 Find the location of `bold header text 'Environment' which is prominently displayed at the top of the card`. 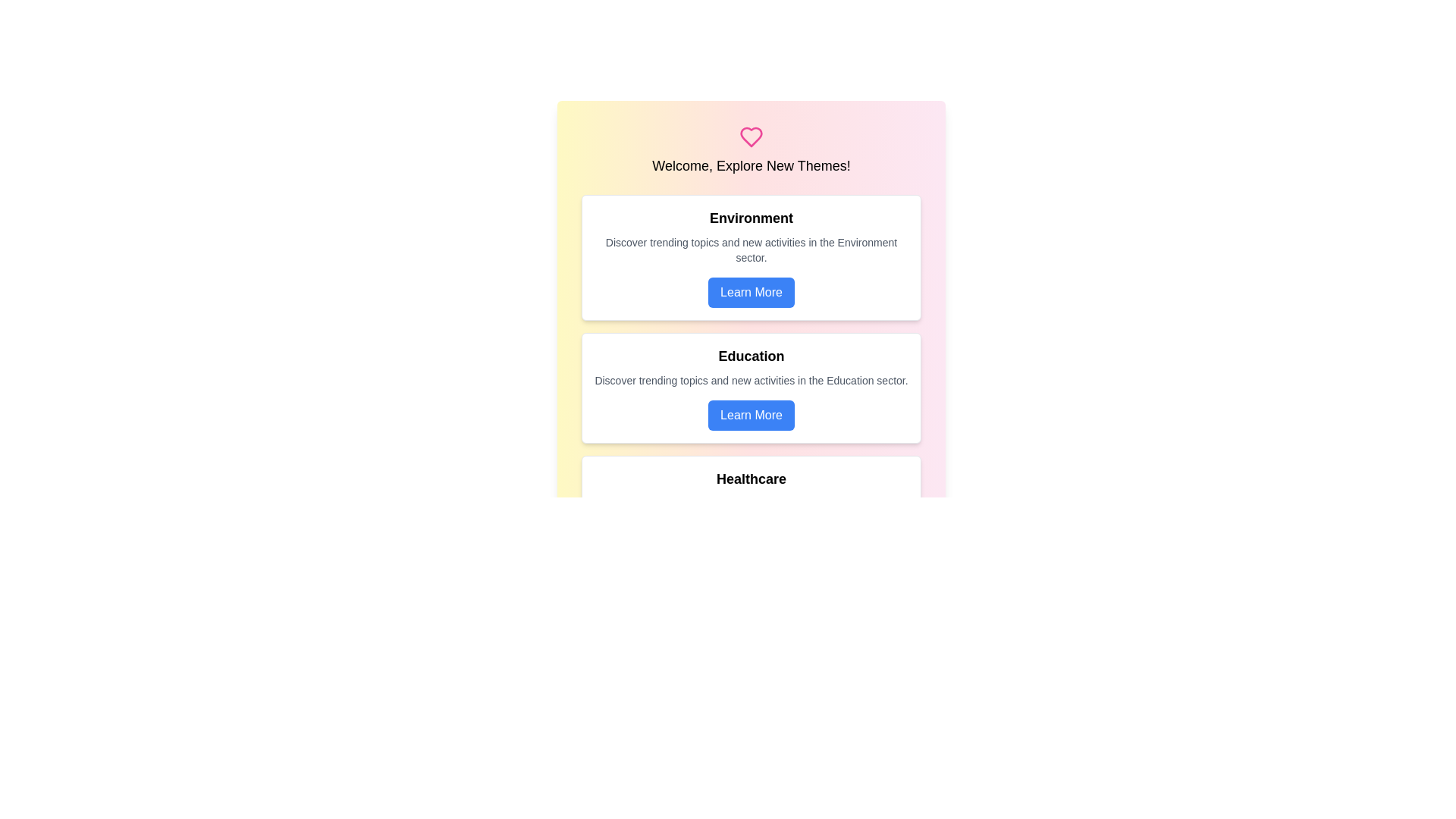

bold header text 'Environment' which is prominently displayed at the top of the card is located at coordinates (751, 218).